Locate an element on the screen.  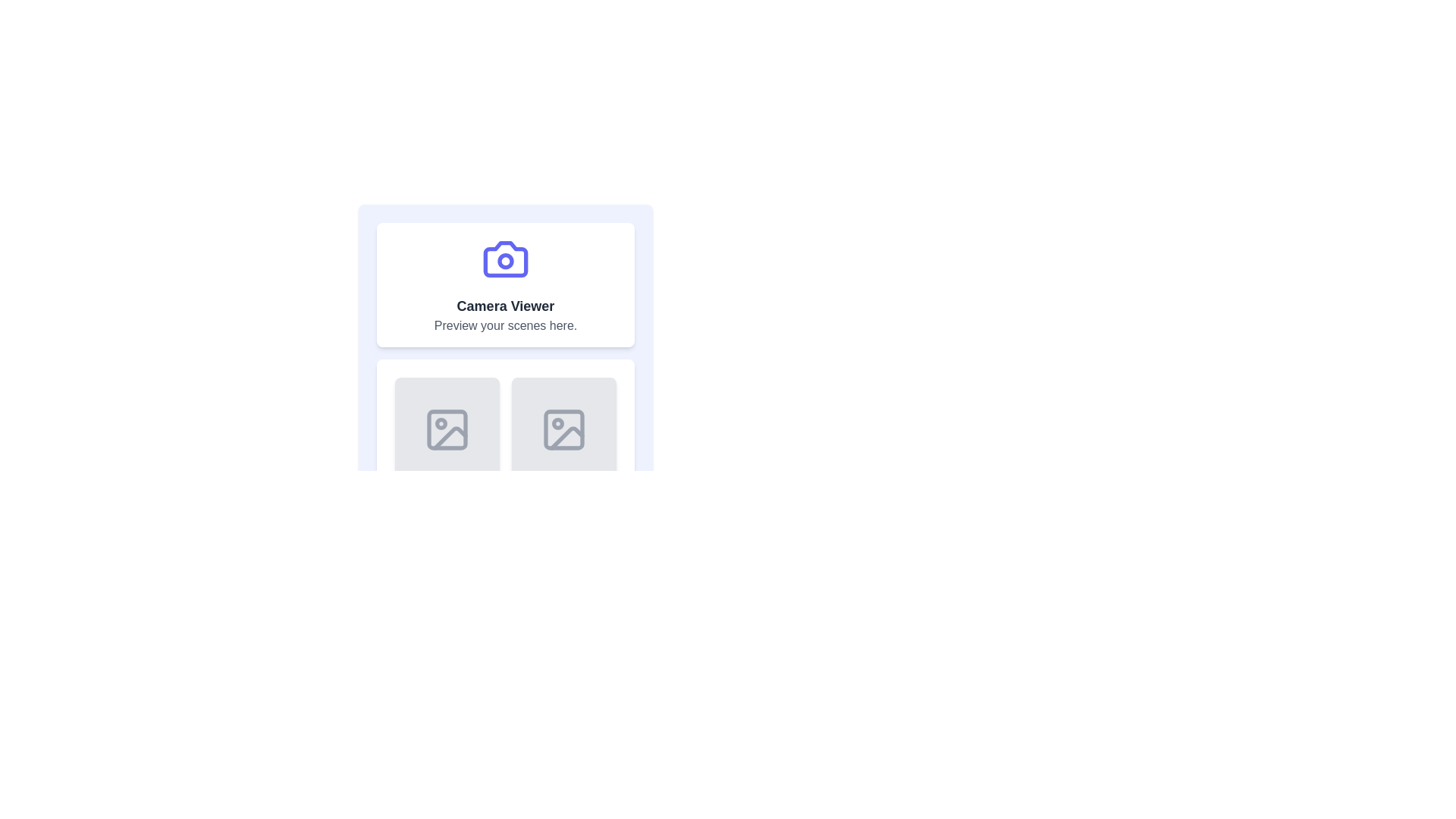
the small rectangular Graphic icon with rounded corners located within the bottom-left card under the 'Camera Viewer' section is located at coordinates (447, 430).